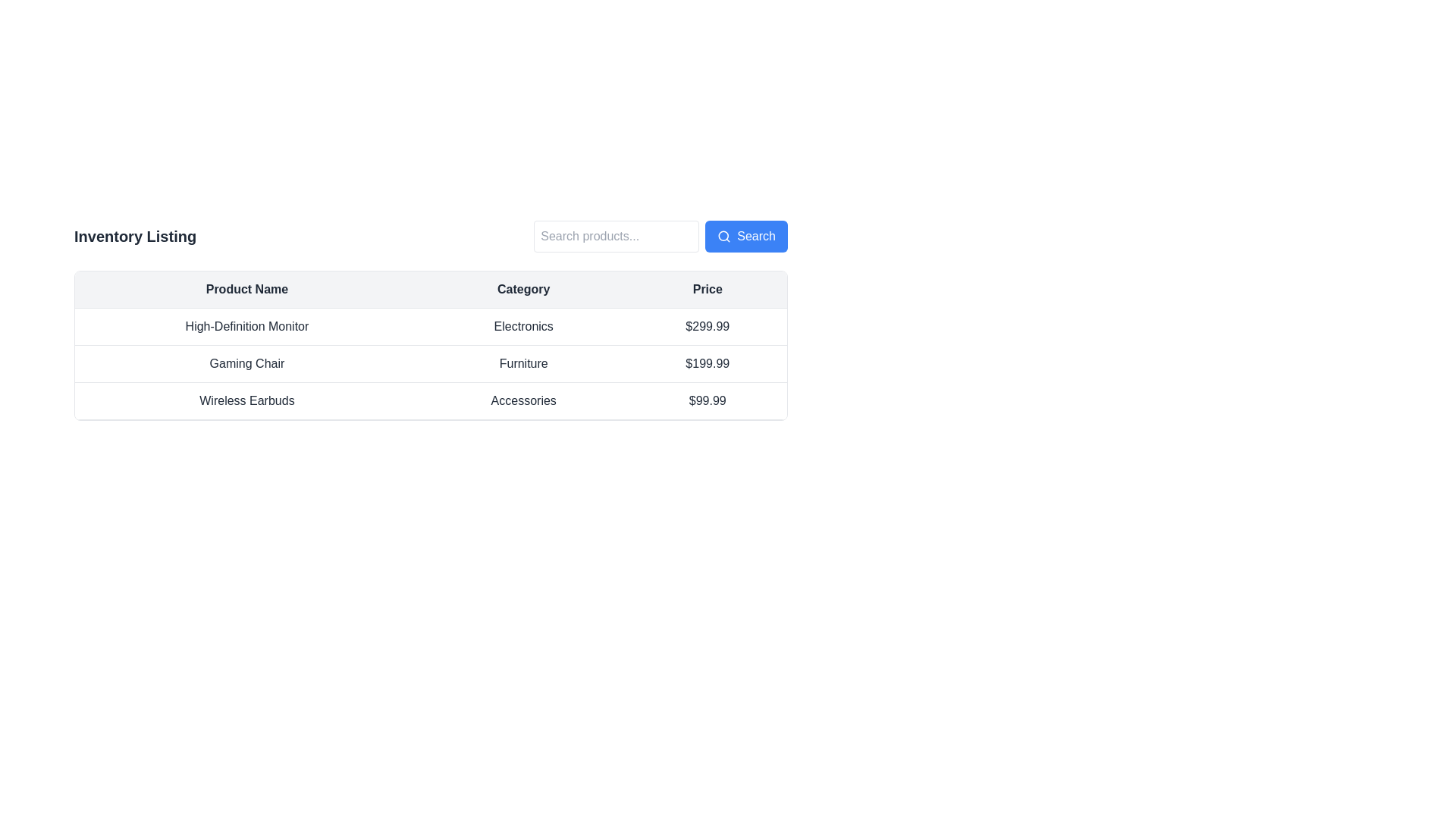 The width and height of the screenshot is (1456, 819). I want to click on within the input field of the Search bar located in the Inventory Listing section to type a query, so click(661, 237).